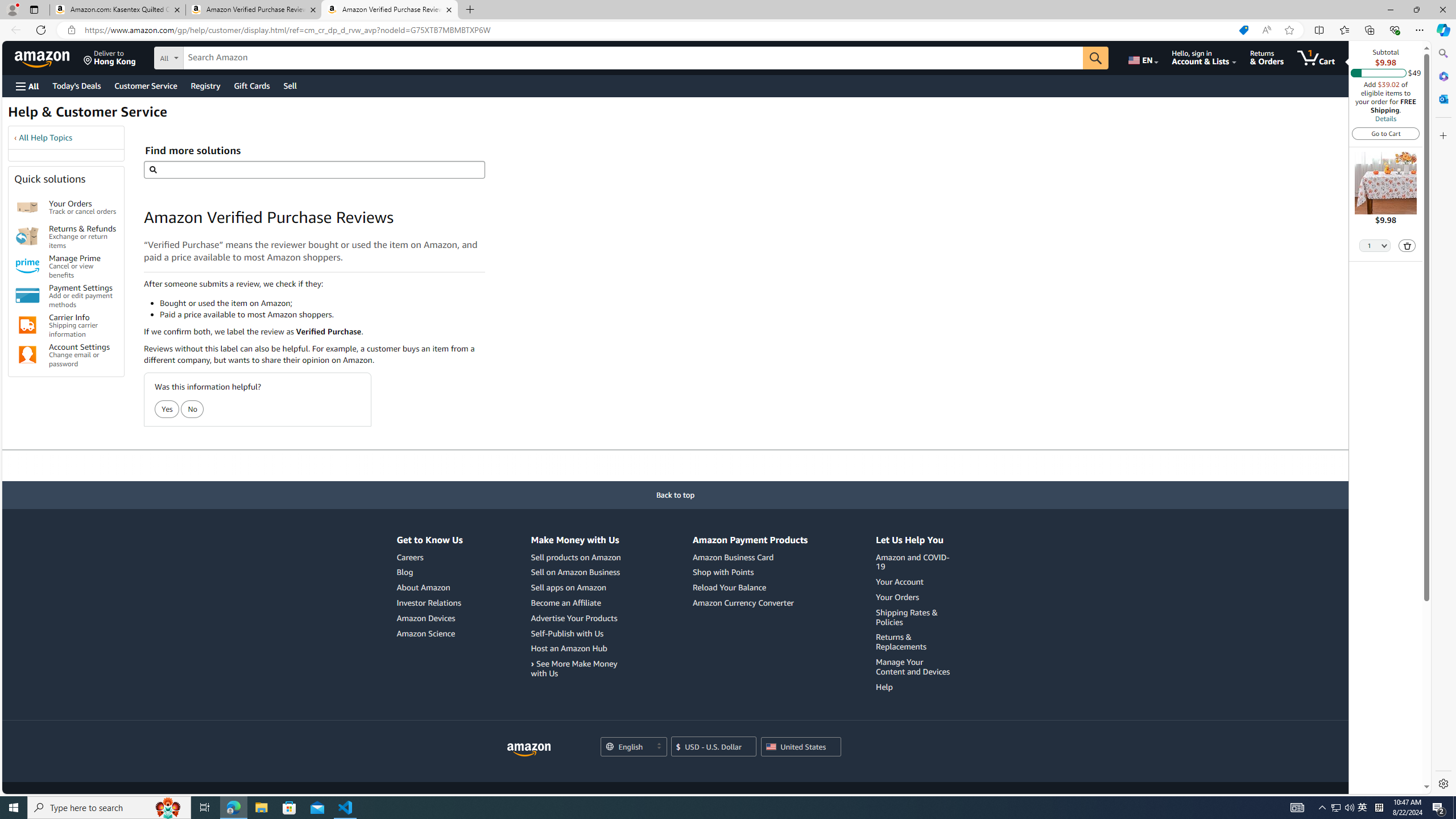  What do you see at coordinates (1096, 58) in the screenshot?
I see `'Go'` at bounding box center [1096, 58].